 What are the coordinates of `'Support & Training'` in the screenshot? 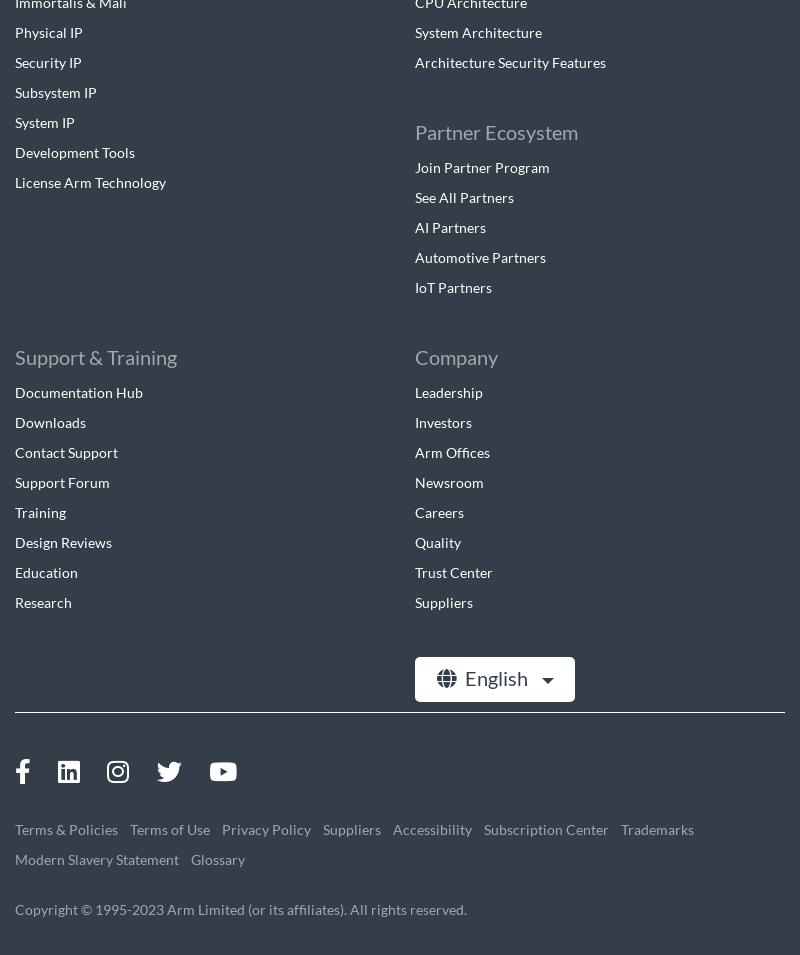 It's located at (96, 355).